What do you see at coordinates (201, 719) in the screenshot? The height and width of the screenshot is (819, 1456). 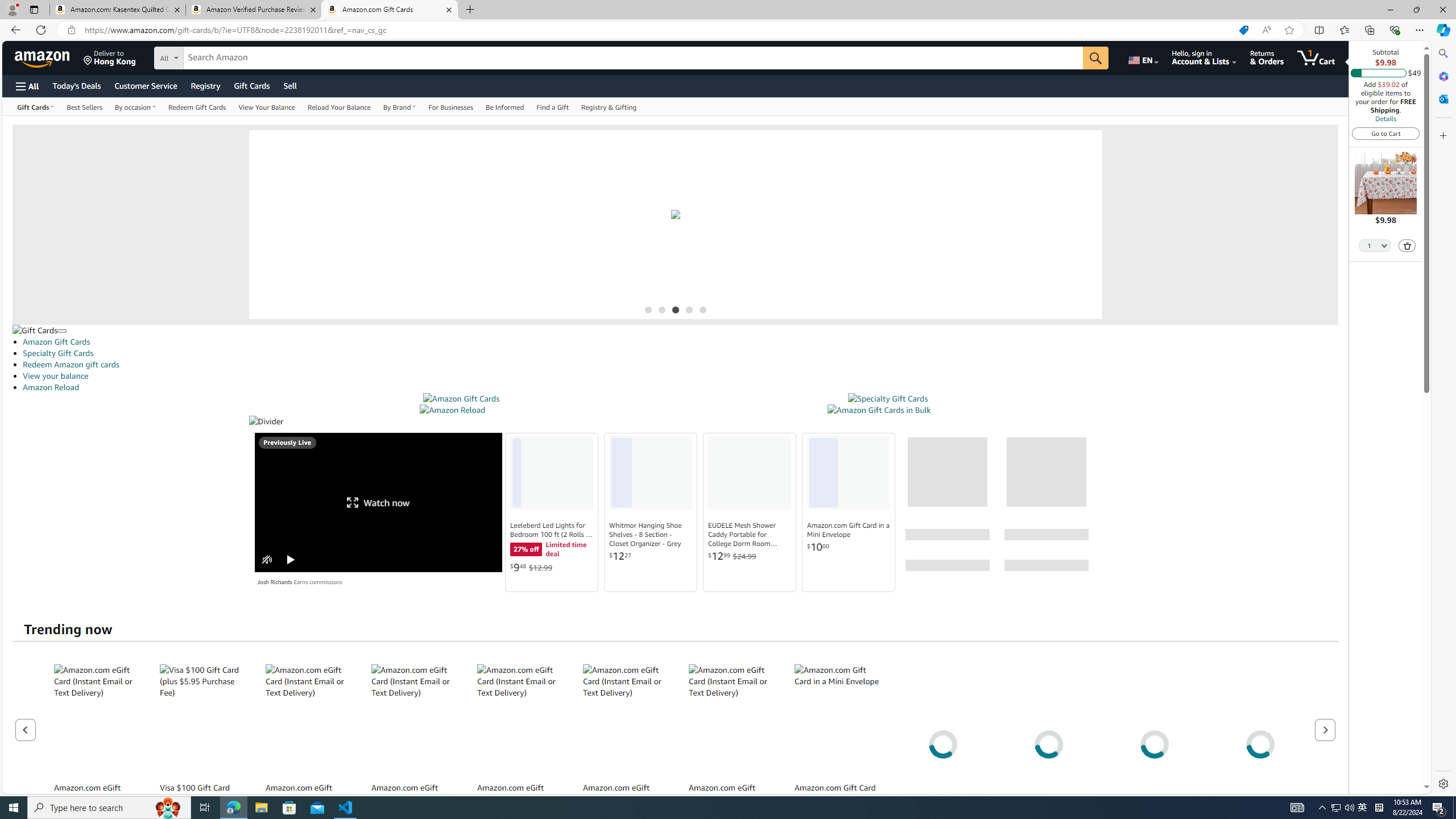 I see `'Visa $100 Gift Card (plus $5.95 Purchase Fee)'` at bounding box center [201, 719].